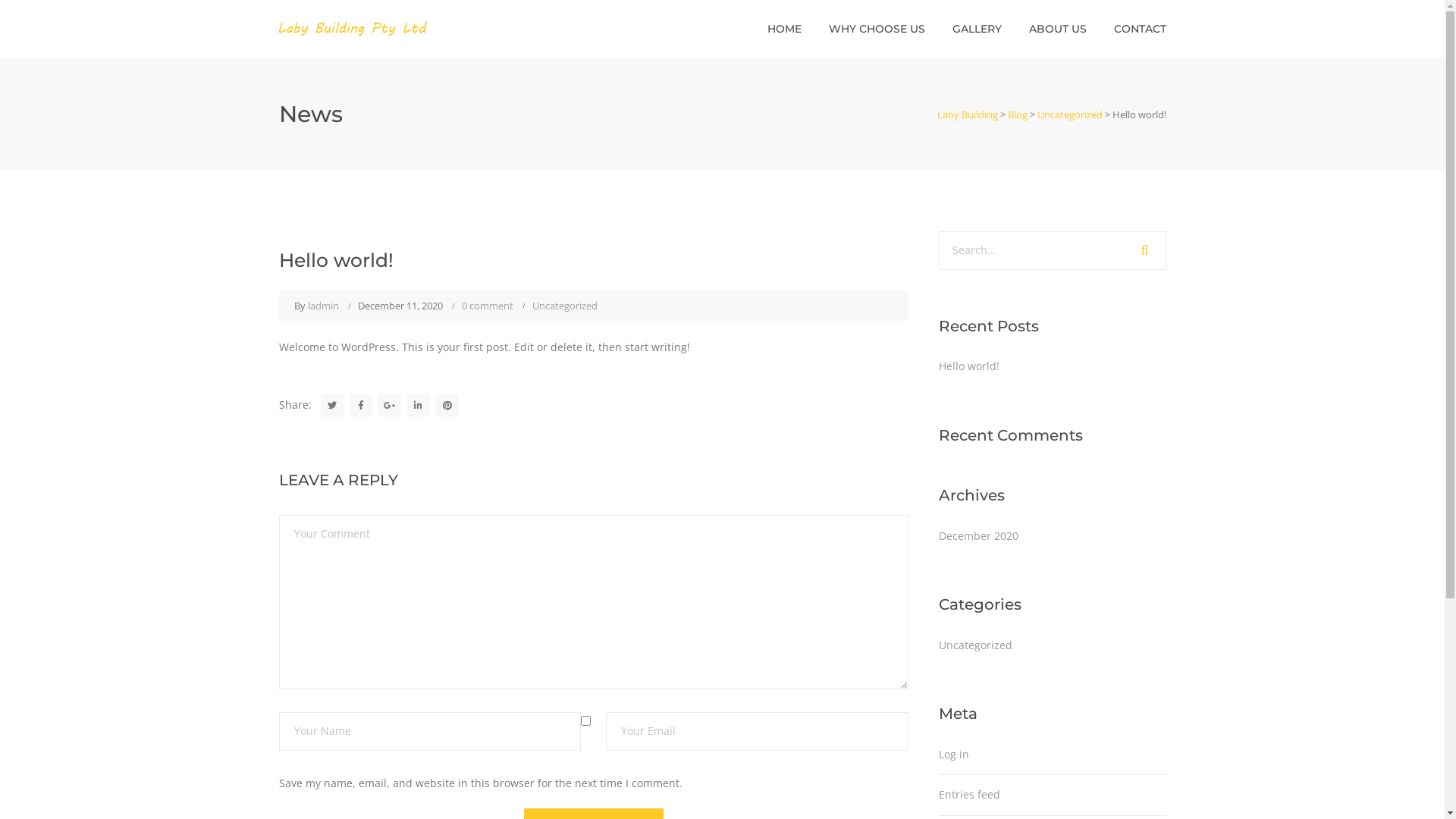 This screenshot has height=819, width=1456. I want to click on 'Hello world!', so click(968, 366).